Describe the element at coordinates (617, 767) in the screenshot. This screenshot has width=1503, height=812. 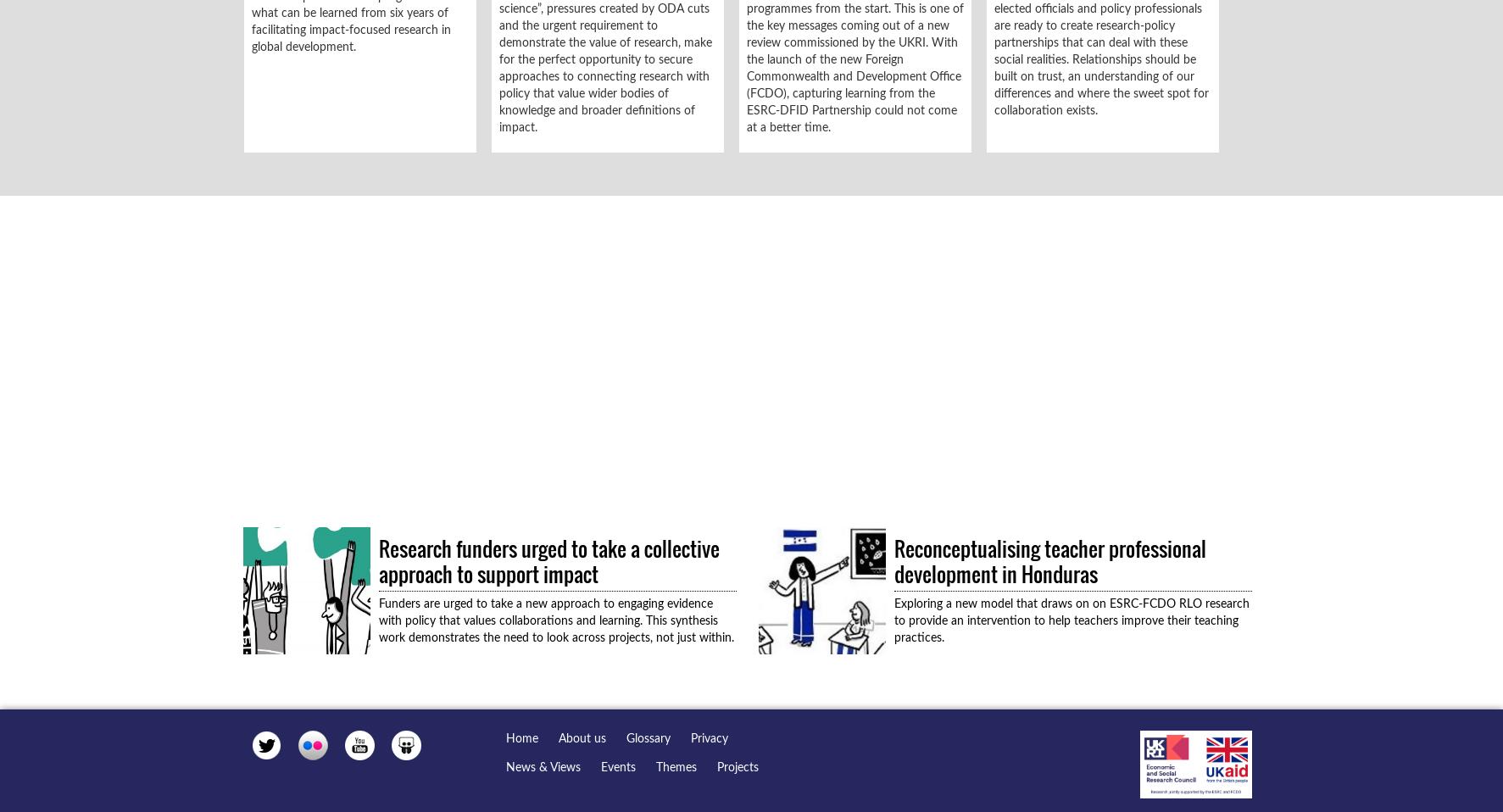
I see `'Events'` at that location.